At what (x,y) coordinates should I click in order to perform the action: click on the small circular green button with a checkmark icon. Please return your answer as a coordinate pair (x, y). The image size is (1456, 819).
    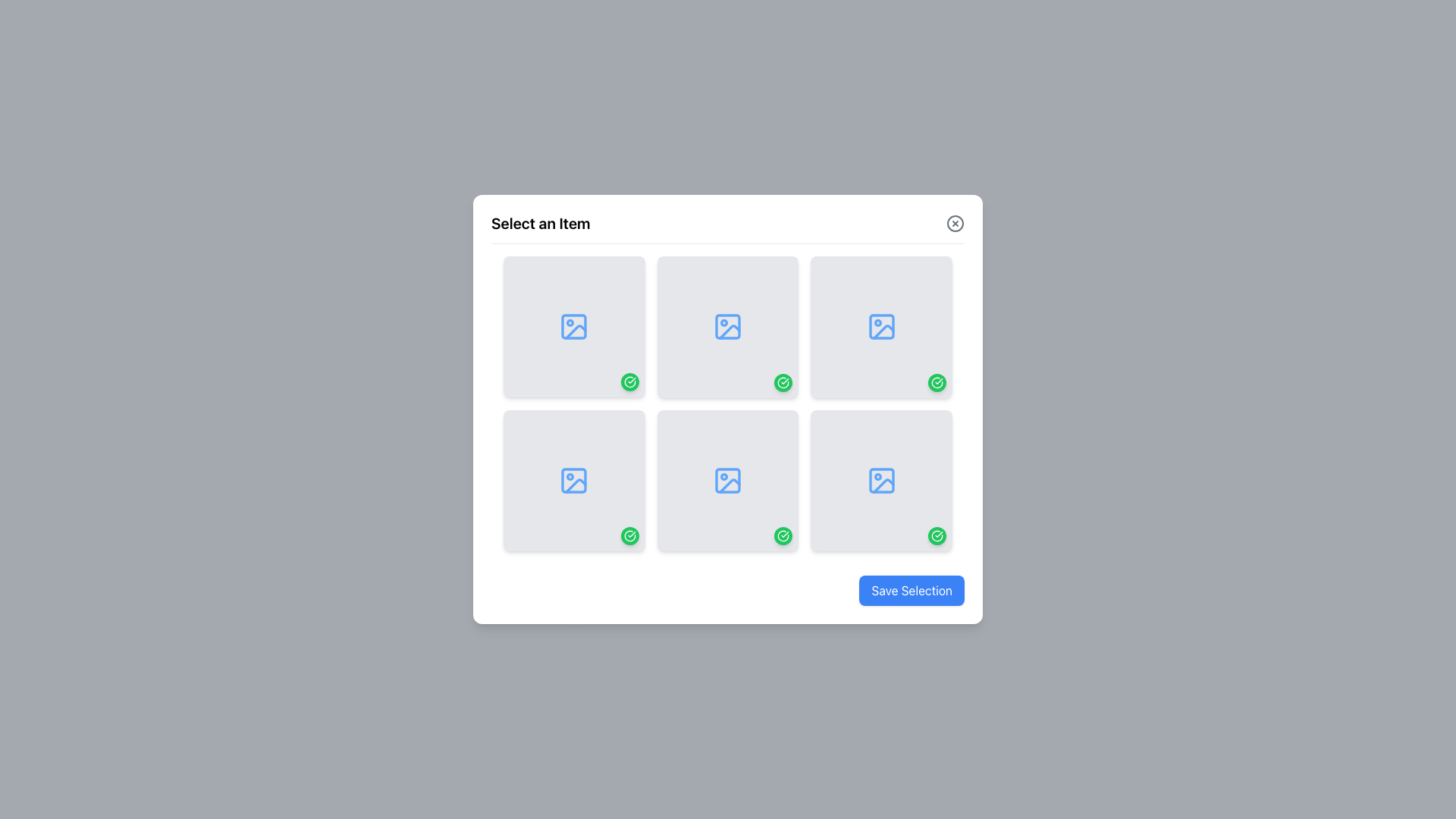
    Looking at the image, I should click on (629, 381).